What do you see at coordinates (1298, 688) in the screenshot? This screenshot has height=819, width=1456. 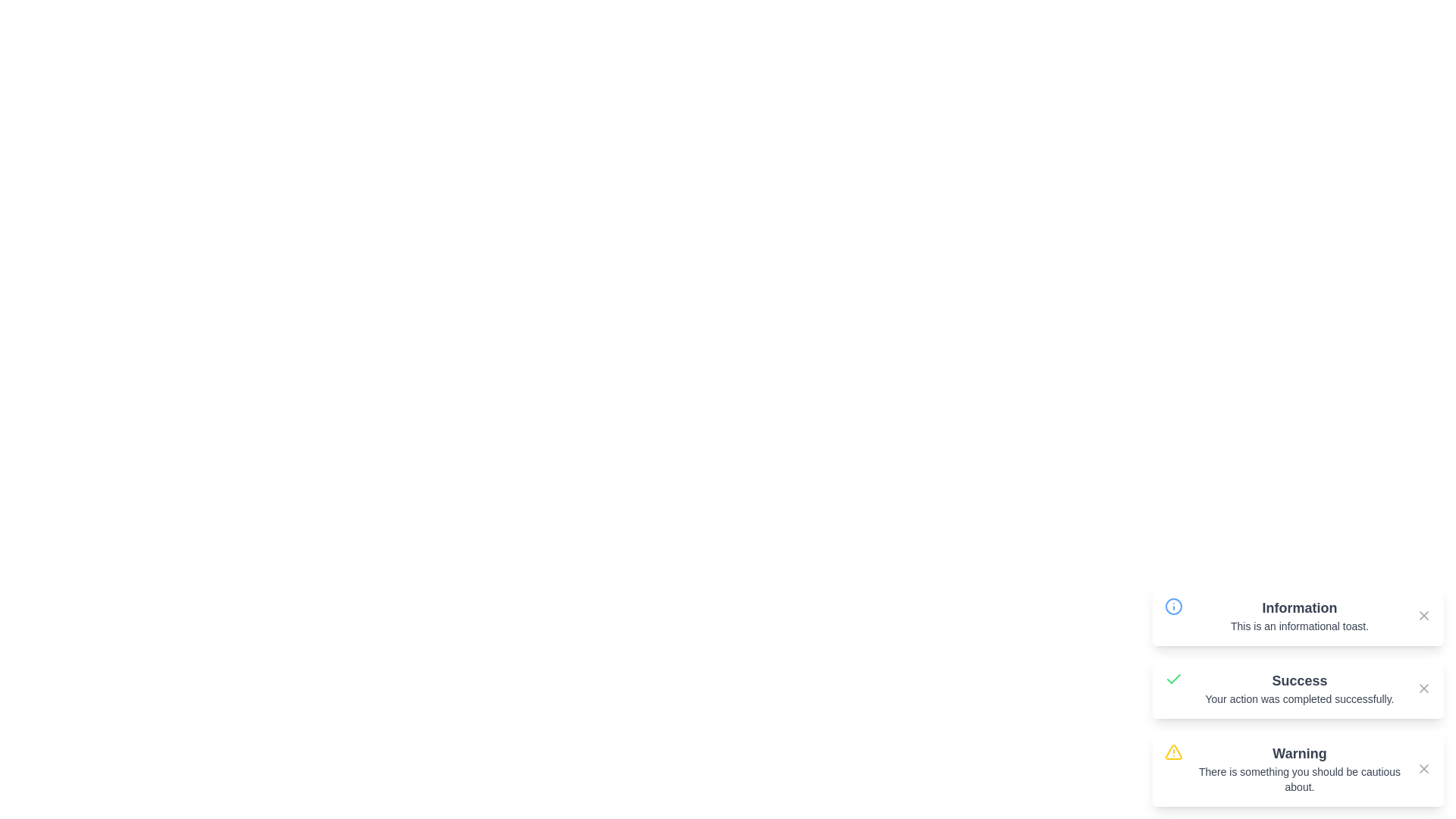 I see `the second notification toast, which is a rectangular notification box with a white background and green border, displaying a green check icon and the title 'Success'` at bounding box center [1298, 688].